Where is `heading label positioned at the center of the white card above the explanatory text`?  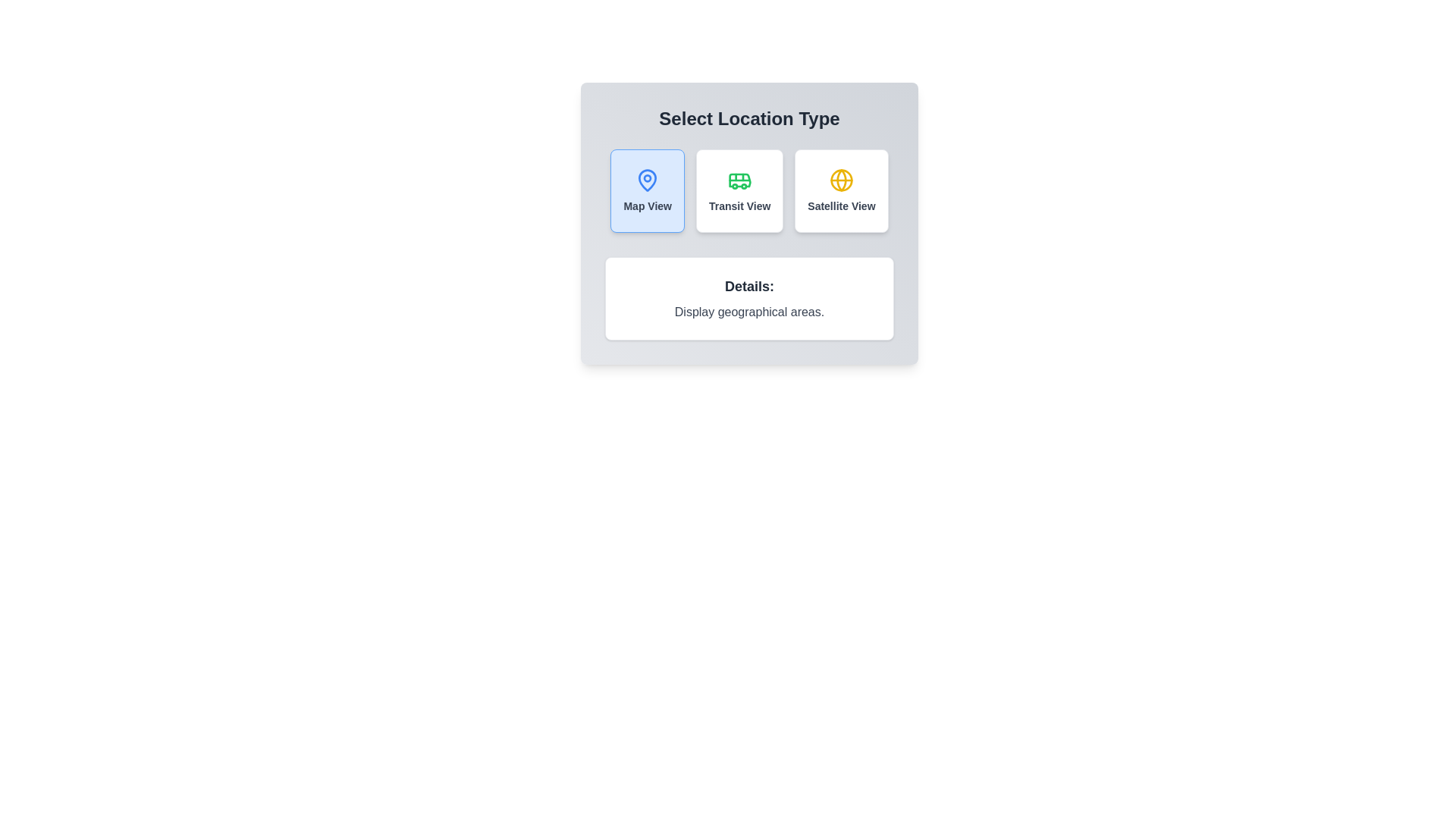
heading label positioned at the center of the white card above the explanatory text is located at coordinates (749, 287).